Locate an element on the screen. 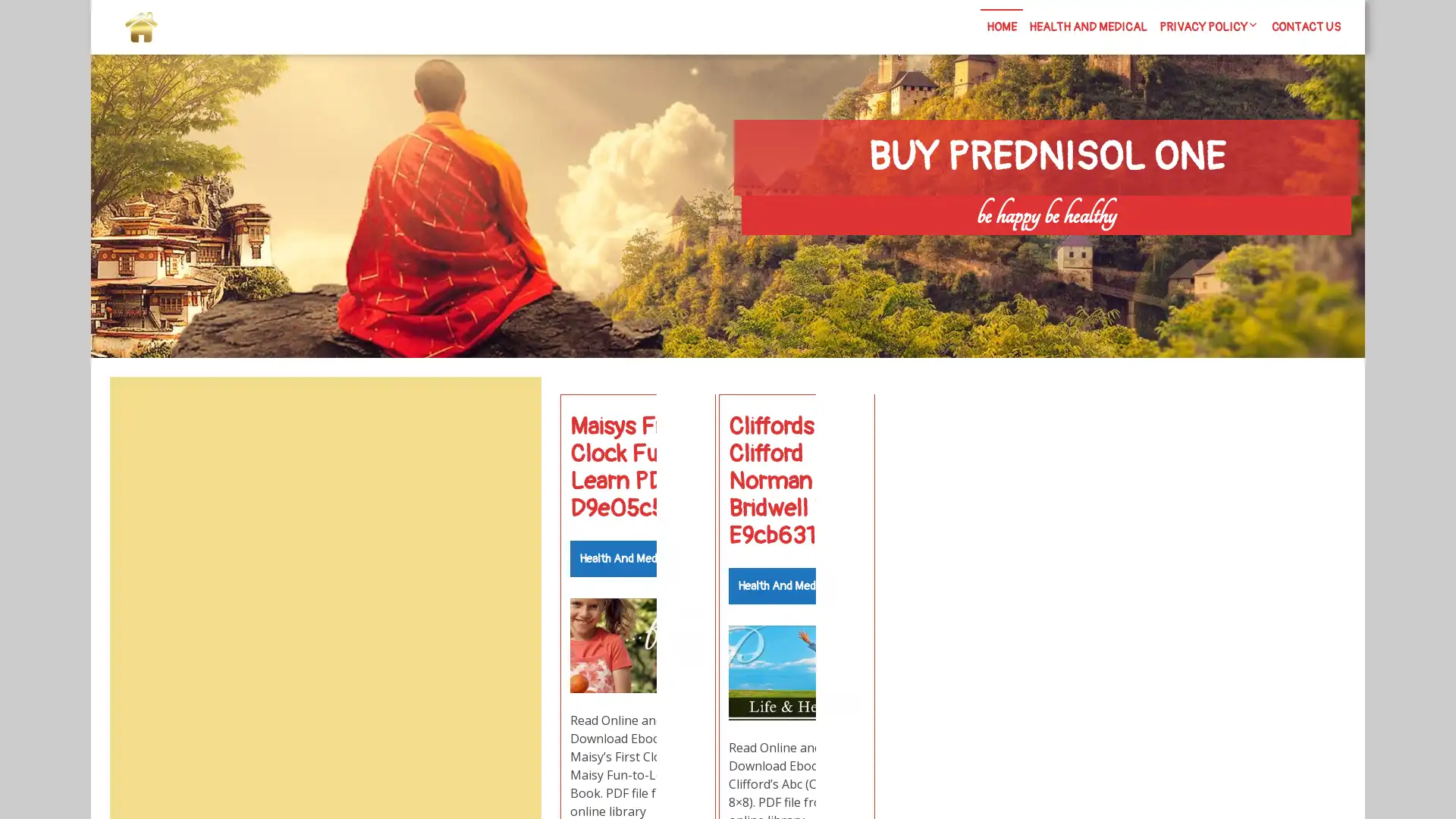 The width and height of the screenshot is (1456, 819). Search is located at coordinates (1181, 248).